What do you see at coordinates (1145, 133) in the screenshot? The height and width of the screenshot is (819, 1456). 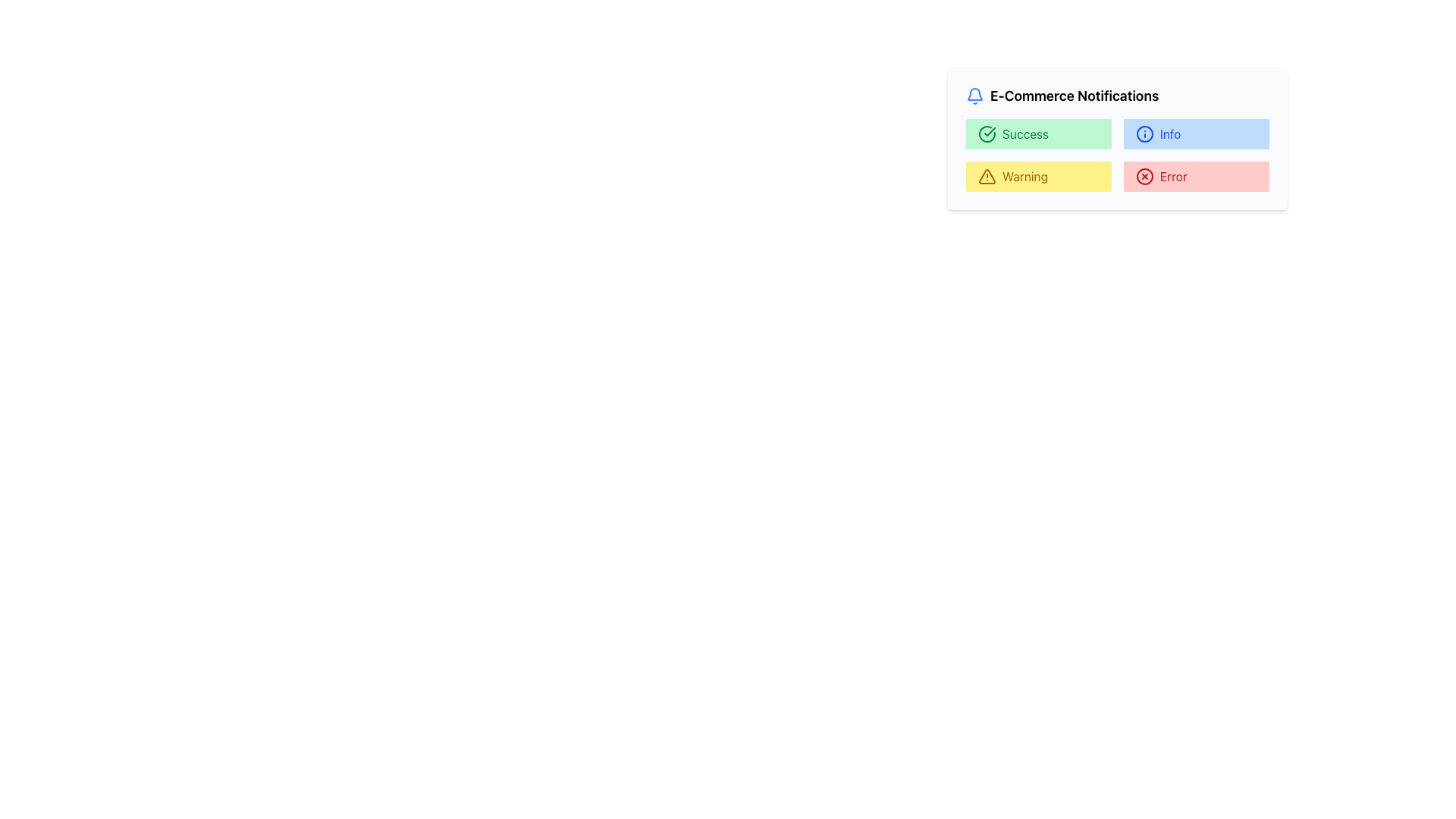 I see `the graphical representation of the decorative icon for the 'Info' button, which is positioned to the left of the text label 'Info'` at bounding box center [1145, 133].